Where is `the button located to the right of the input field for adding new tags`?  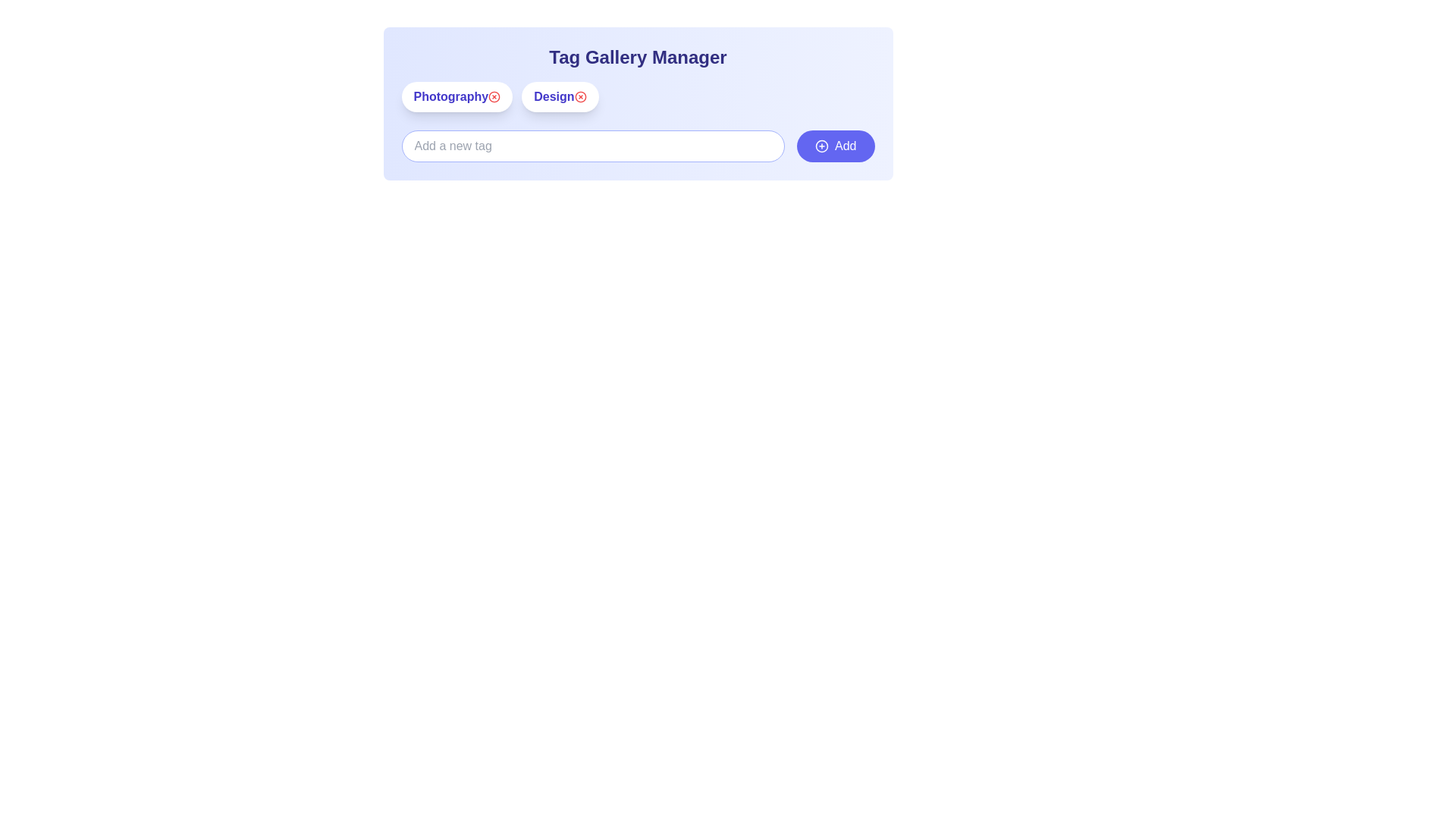 the button located to the right of the input field for adding new tags is located at coordinates (835, 146).